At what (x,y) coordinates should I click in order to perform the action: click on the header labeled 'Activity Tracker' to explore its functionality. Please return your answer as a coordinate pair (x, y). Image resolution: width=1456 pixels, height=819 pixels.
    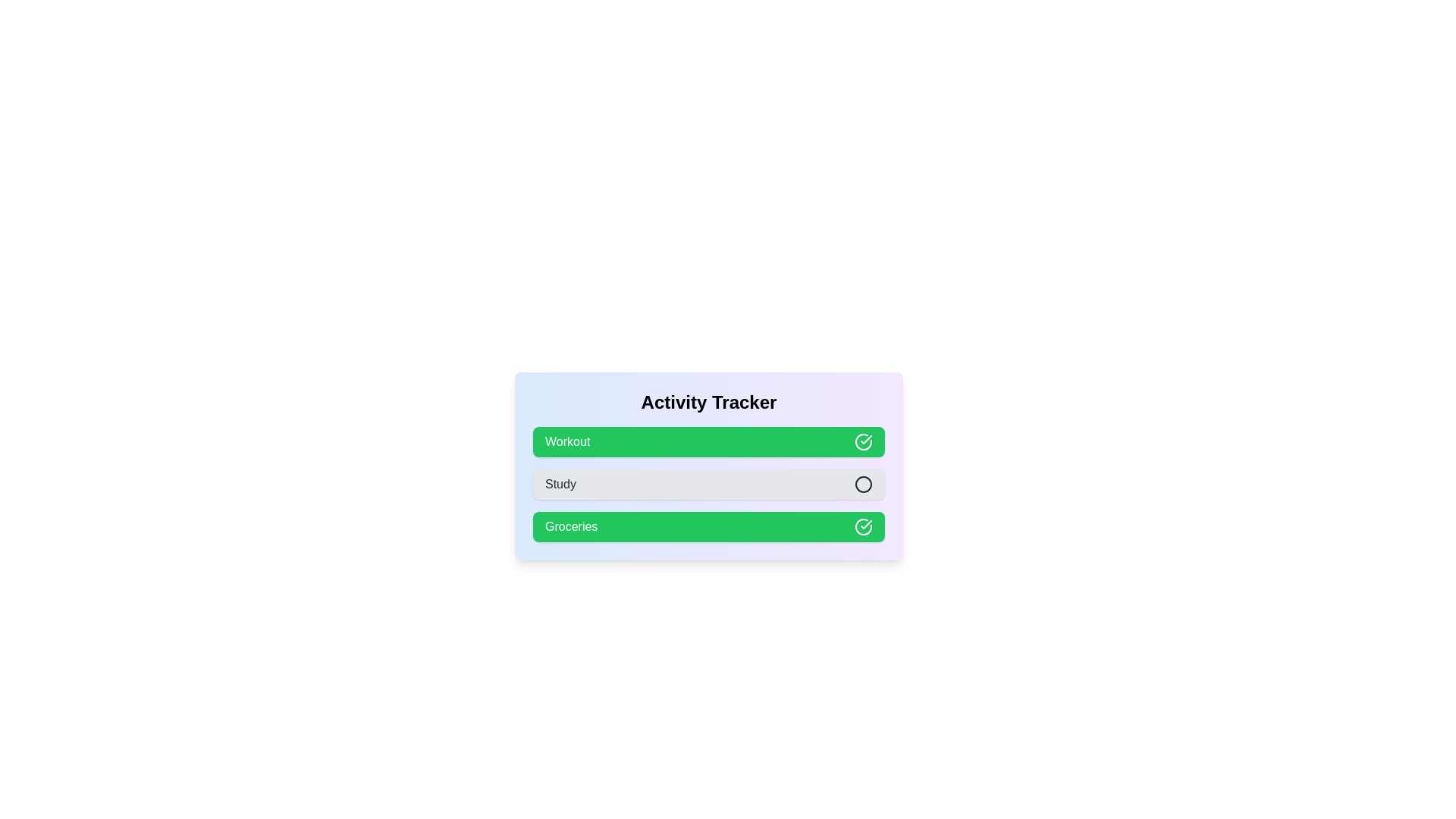
    Looking at the image, I should click on (708, 402).